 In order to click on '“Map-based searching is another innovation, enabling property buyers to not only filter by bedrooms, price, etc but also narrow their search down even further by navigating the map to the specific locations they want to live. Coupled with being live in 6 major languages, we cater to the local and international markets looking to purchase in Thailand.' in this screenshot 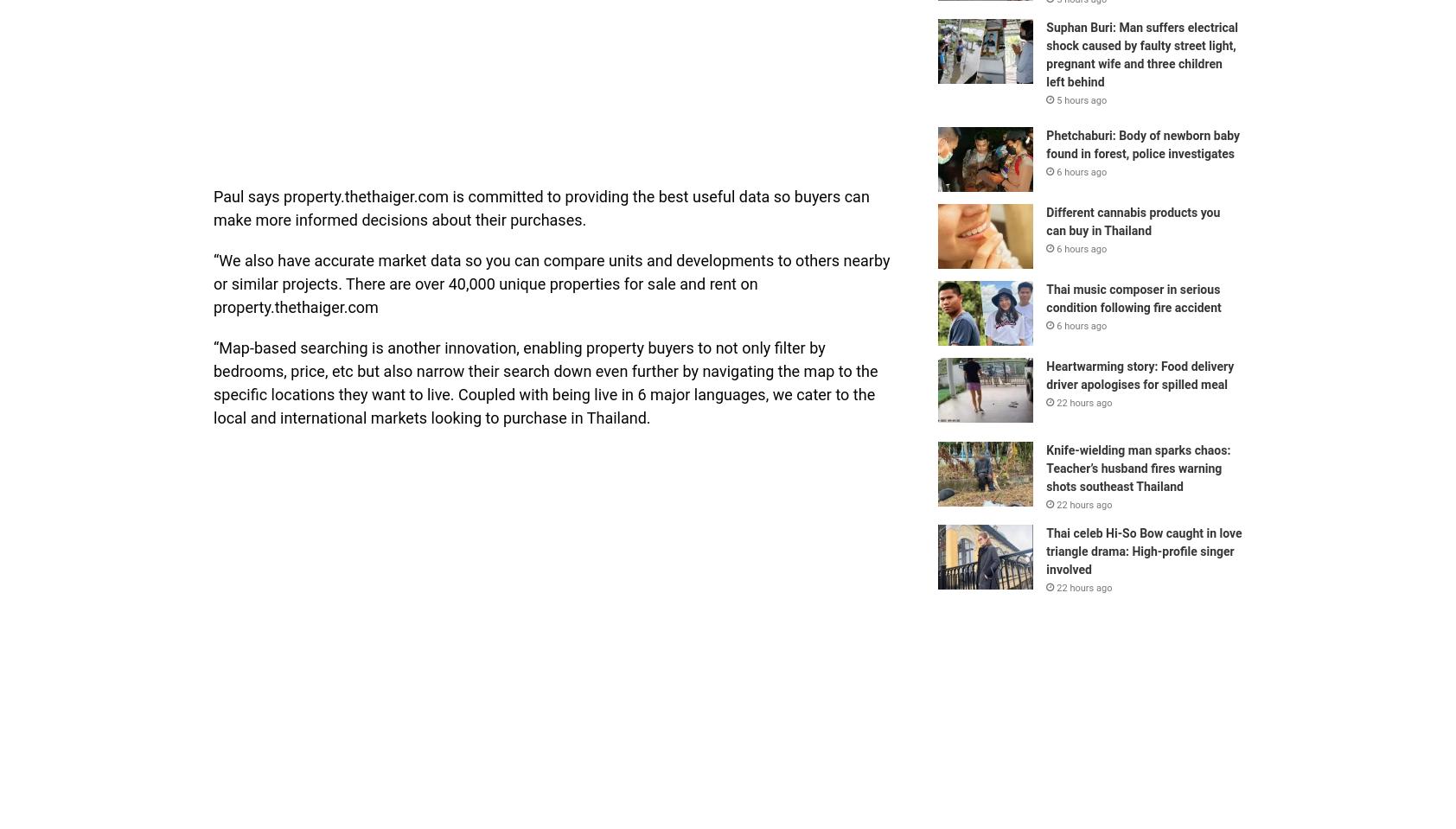, I will do `click(544, 381)`.